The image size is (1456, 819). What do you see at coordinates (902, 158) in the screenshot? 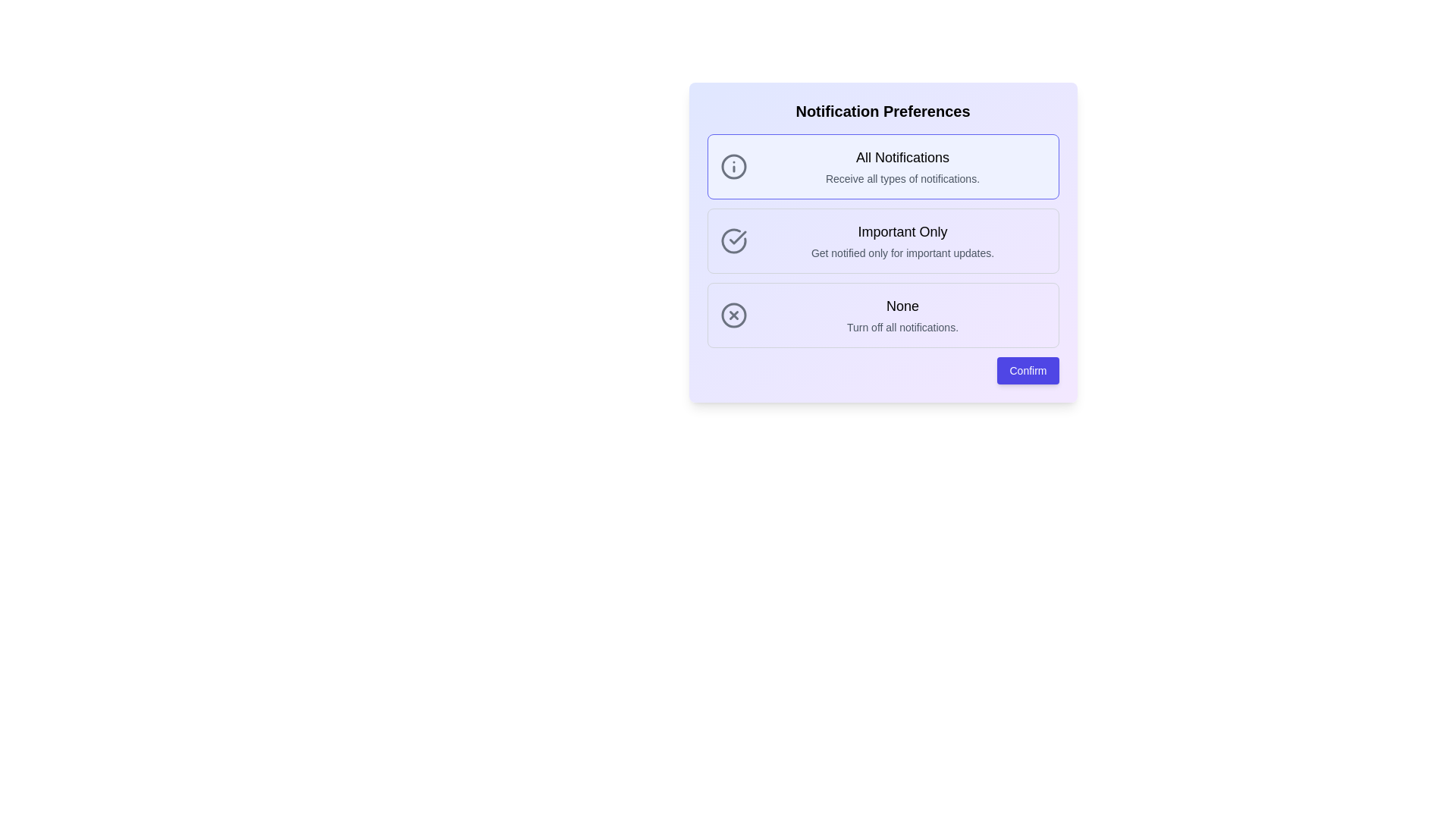
I see `the 'All Notifications' text label, which serves as the title for the first notification option in the 'Notification Preferences' interface` at bounding box center [902, 158].